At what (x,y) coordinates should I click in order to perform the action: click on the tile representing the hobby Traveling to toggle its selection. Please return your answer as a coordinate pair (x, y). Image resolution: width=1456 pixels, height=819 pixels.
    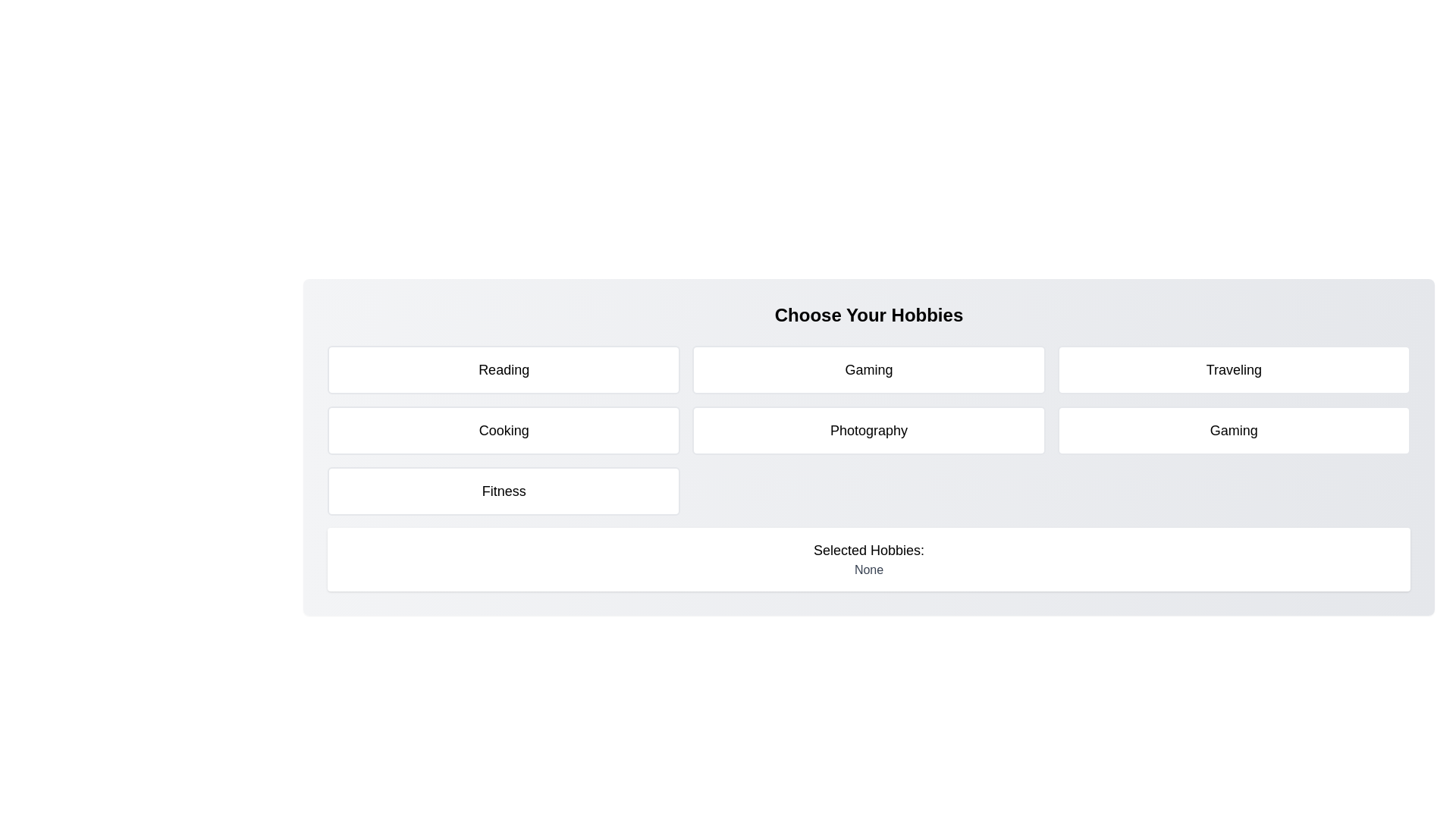
    Looking at the image, I should click on (1234, 370).